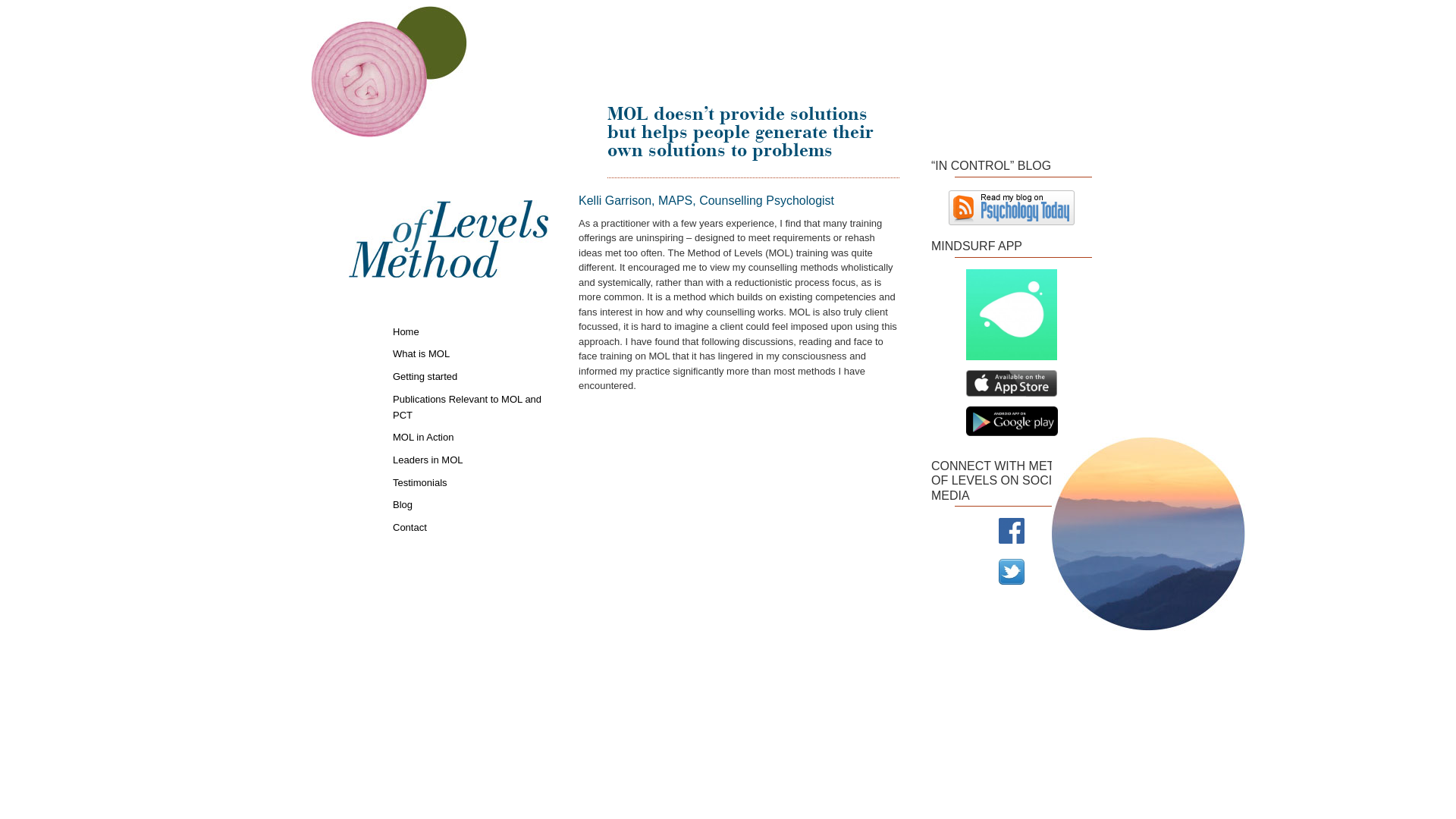 The image size is (1456, 819). I want to click on 'Testimonials', so click(469, 482).